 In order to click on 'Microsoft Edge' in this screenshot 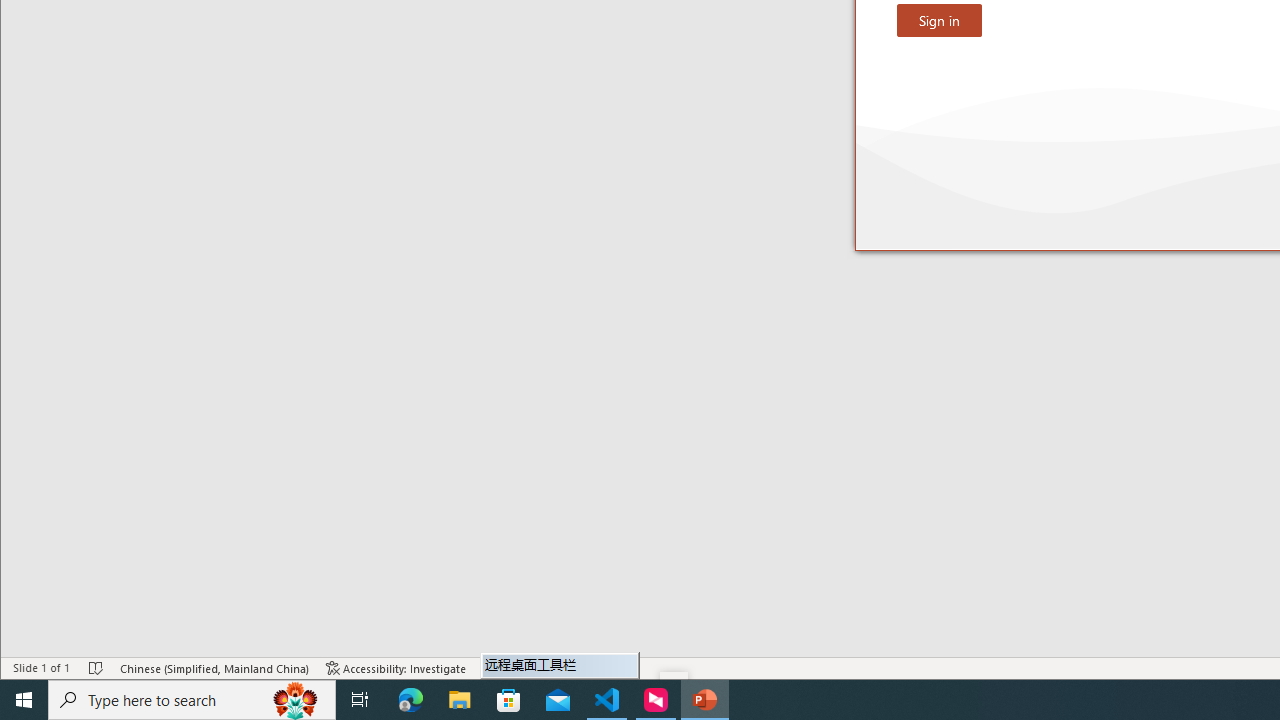, I will do `click(410, 698)`.